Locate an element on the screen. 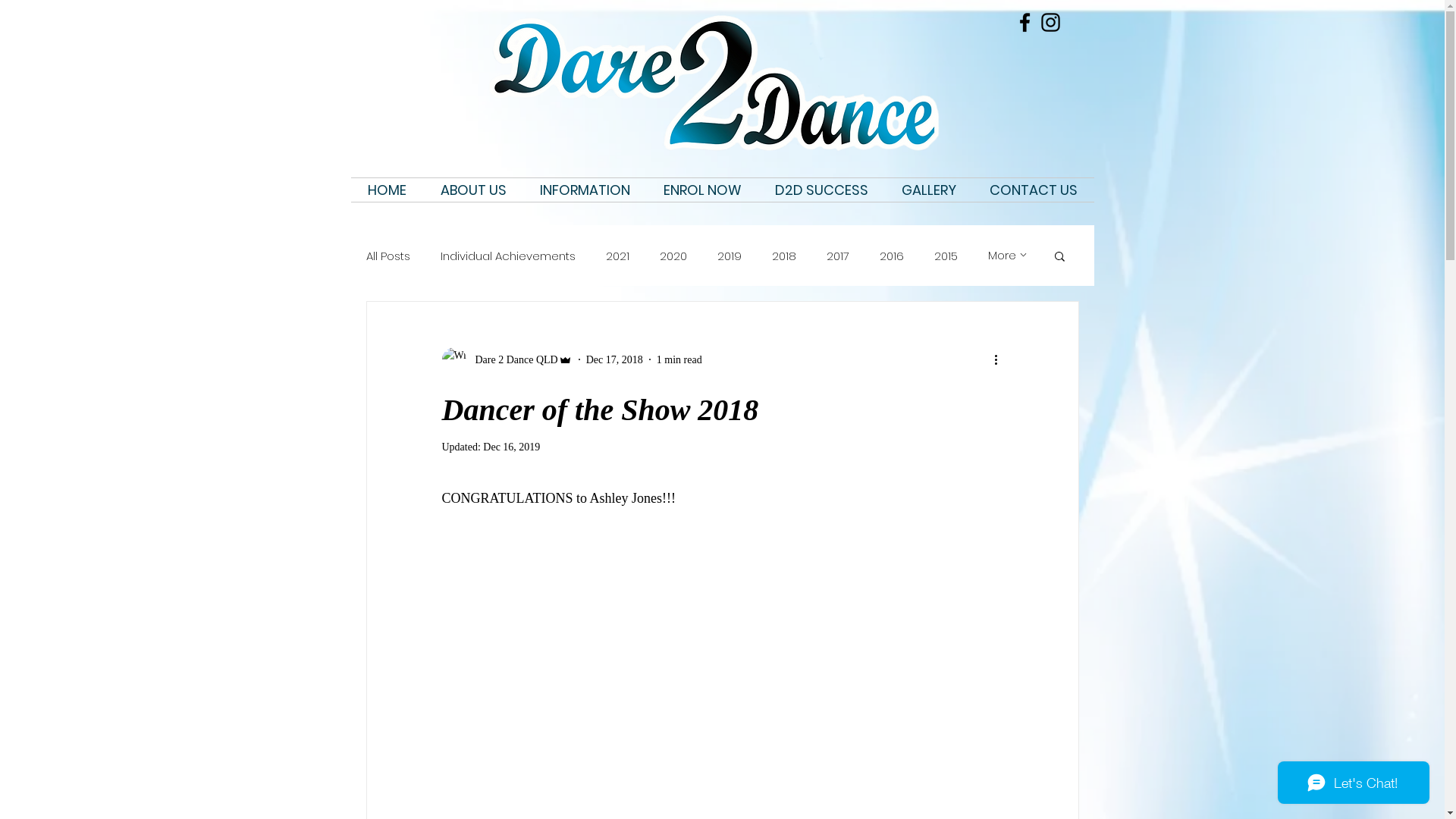 The image size is (1456, 819). 'CONTACT US' is located at coordinates (1032, 189).